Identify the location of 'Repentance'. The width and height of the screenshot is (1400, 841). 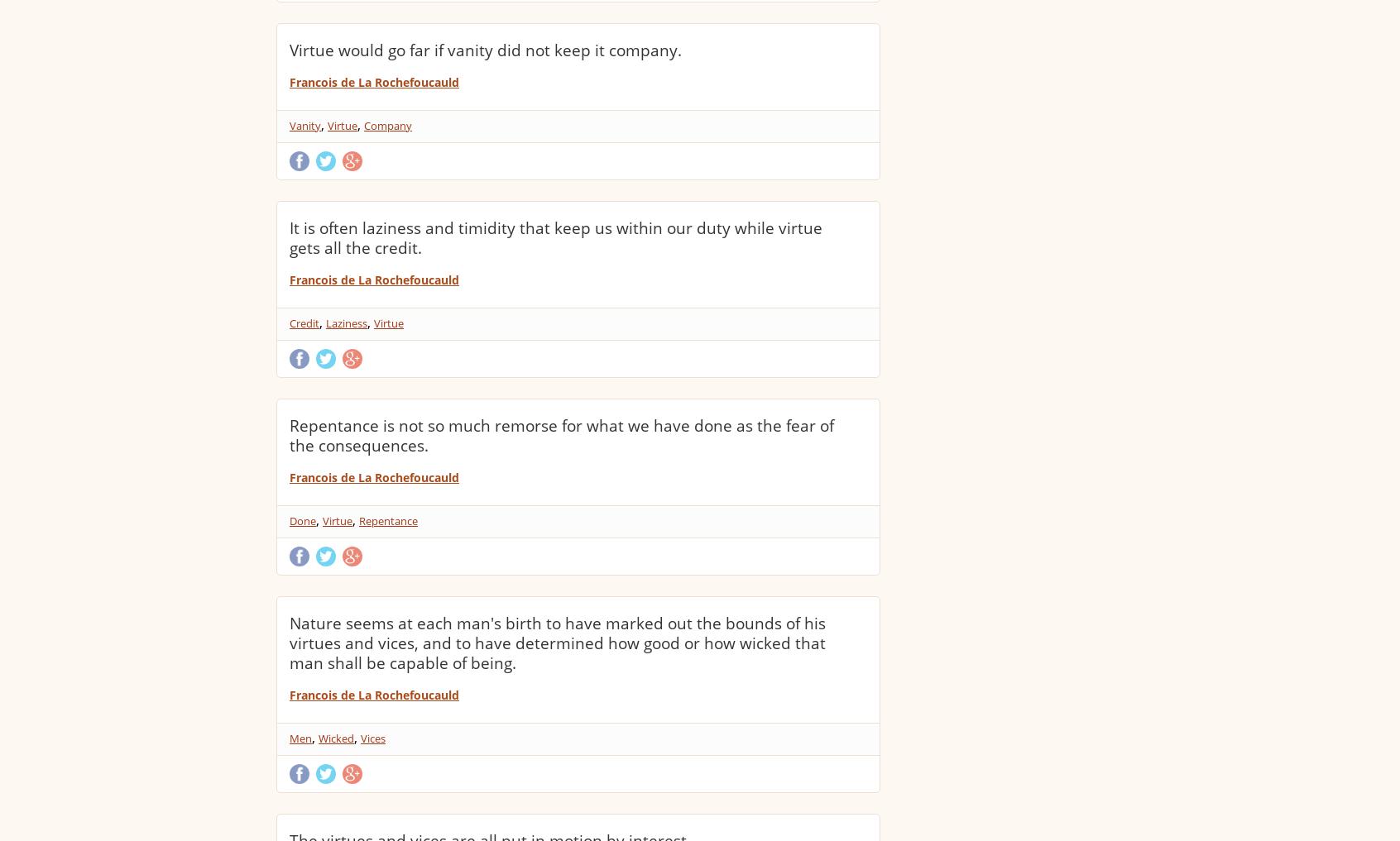
(387, 521).